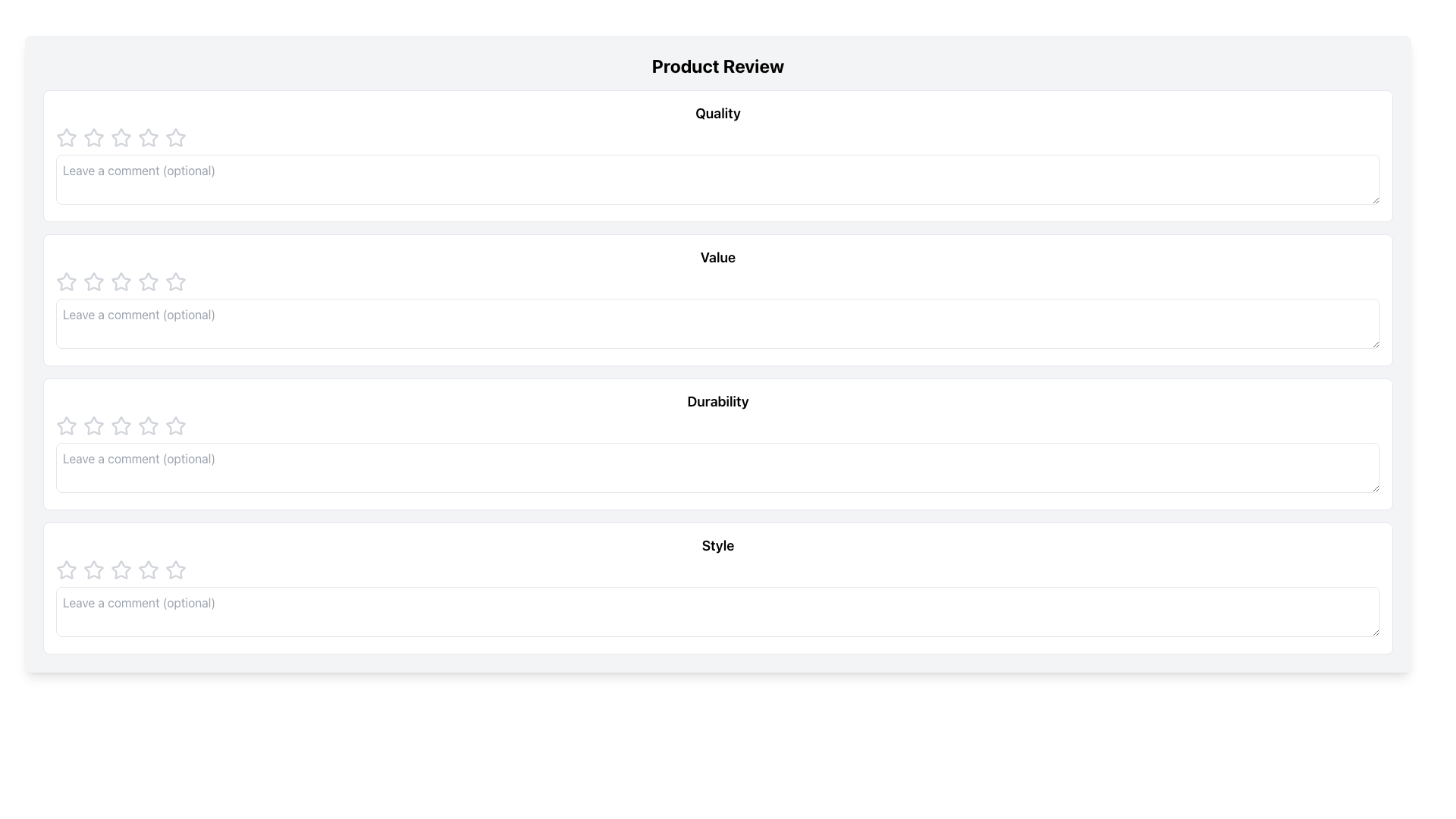 Image resolution: width=1456 pixels, height=819 pixels. I want to click on the first star icon in the 'Style' review section, so click(93, 570).